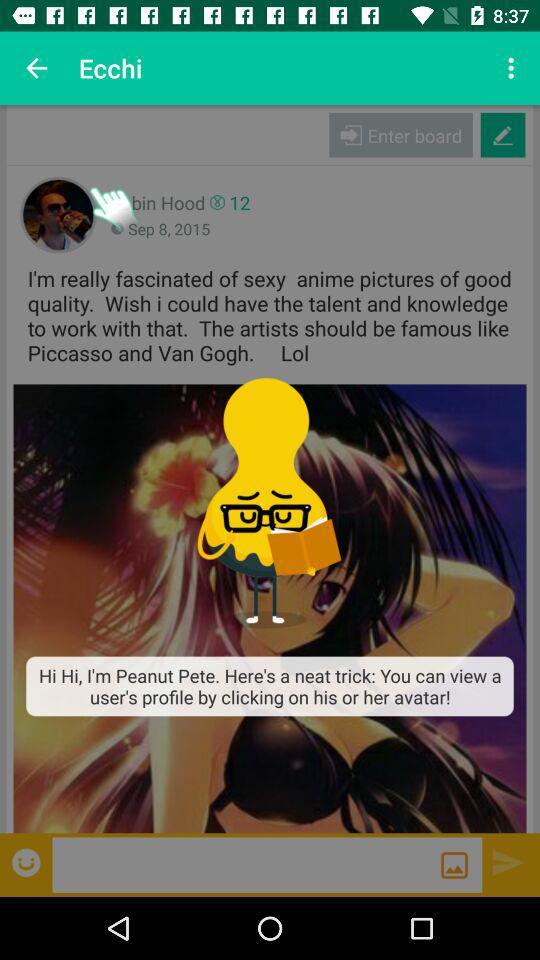  What do you see at coordinates (36, 68) in the screenshot?
I see `app next to the ecchi  item` at bounding box center [36, 68].